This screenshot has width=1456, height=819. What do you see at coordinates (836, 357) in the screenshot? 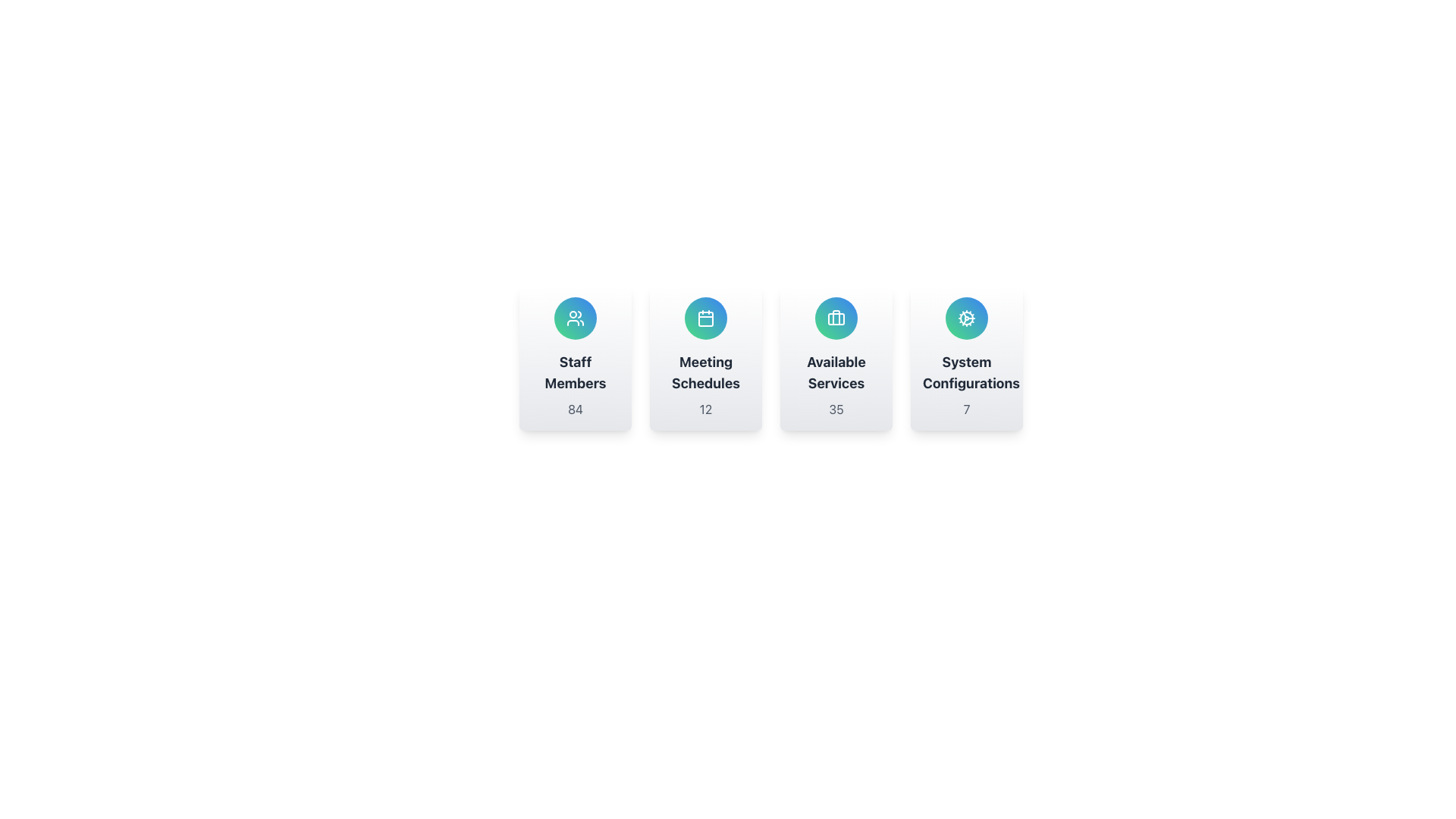
I see `the third card in a horizontal row of four cards, which features a gradient background and includes a briefcase icon at the top with the text 'Available Services'` at bounding box center [836, 357].